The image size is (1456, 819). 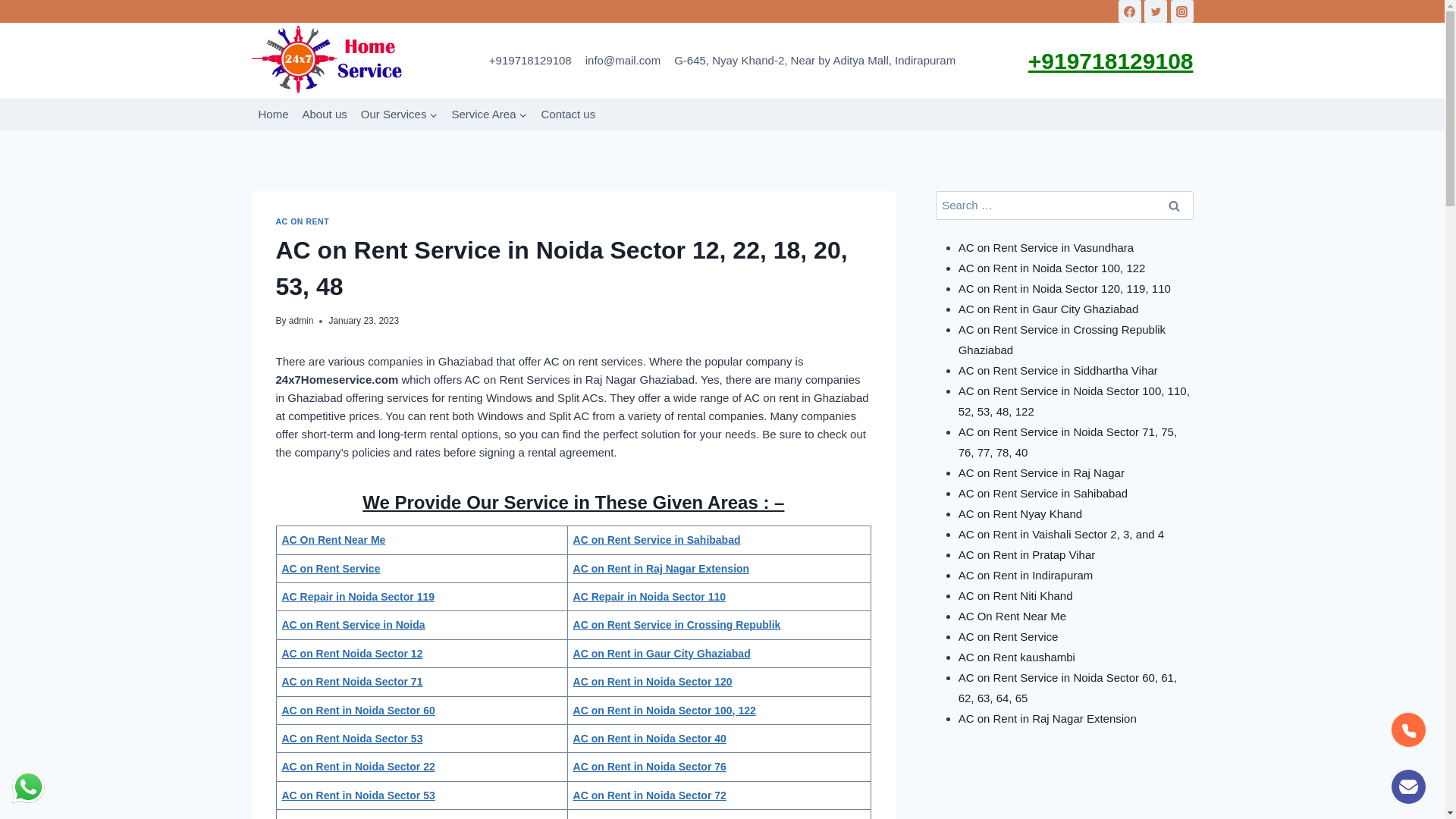 I want to click on 'AC on Rent Noida Sector 12', so click(x=282, y=652).